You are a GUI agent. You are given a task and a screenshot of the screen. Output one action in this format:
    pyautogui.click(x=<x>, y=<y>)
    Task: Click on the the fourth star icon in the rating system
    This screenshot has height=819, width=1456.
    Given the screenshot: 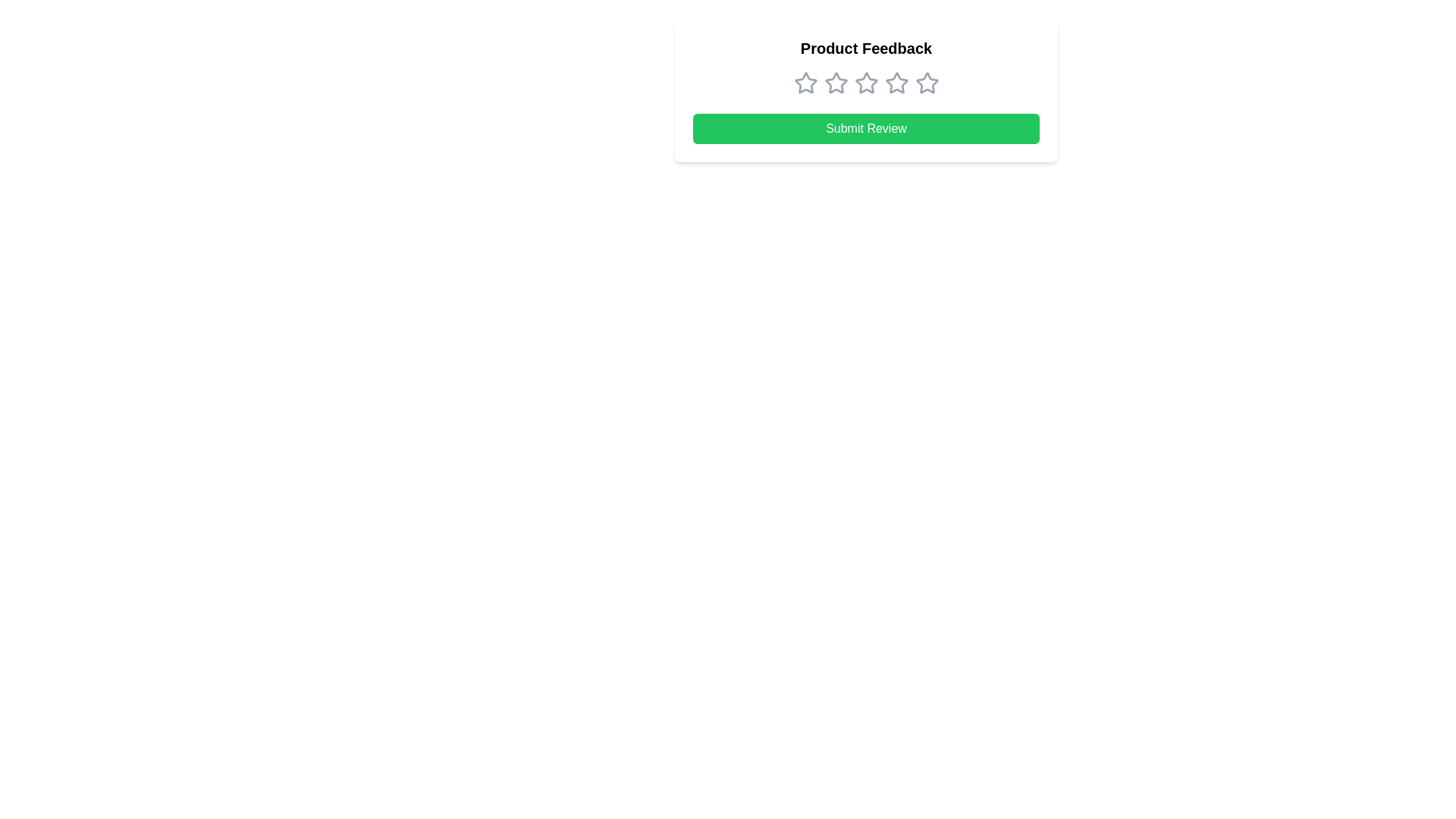 What is the action you would take?
    pyautogui.click(x=896, y=83)
    